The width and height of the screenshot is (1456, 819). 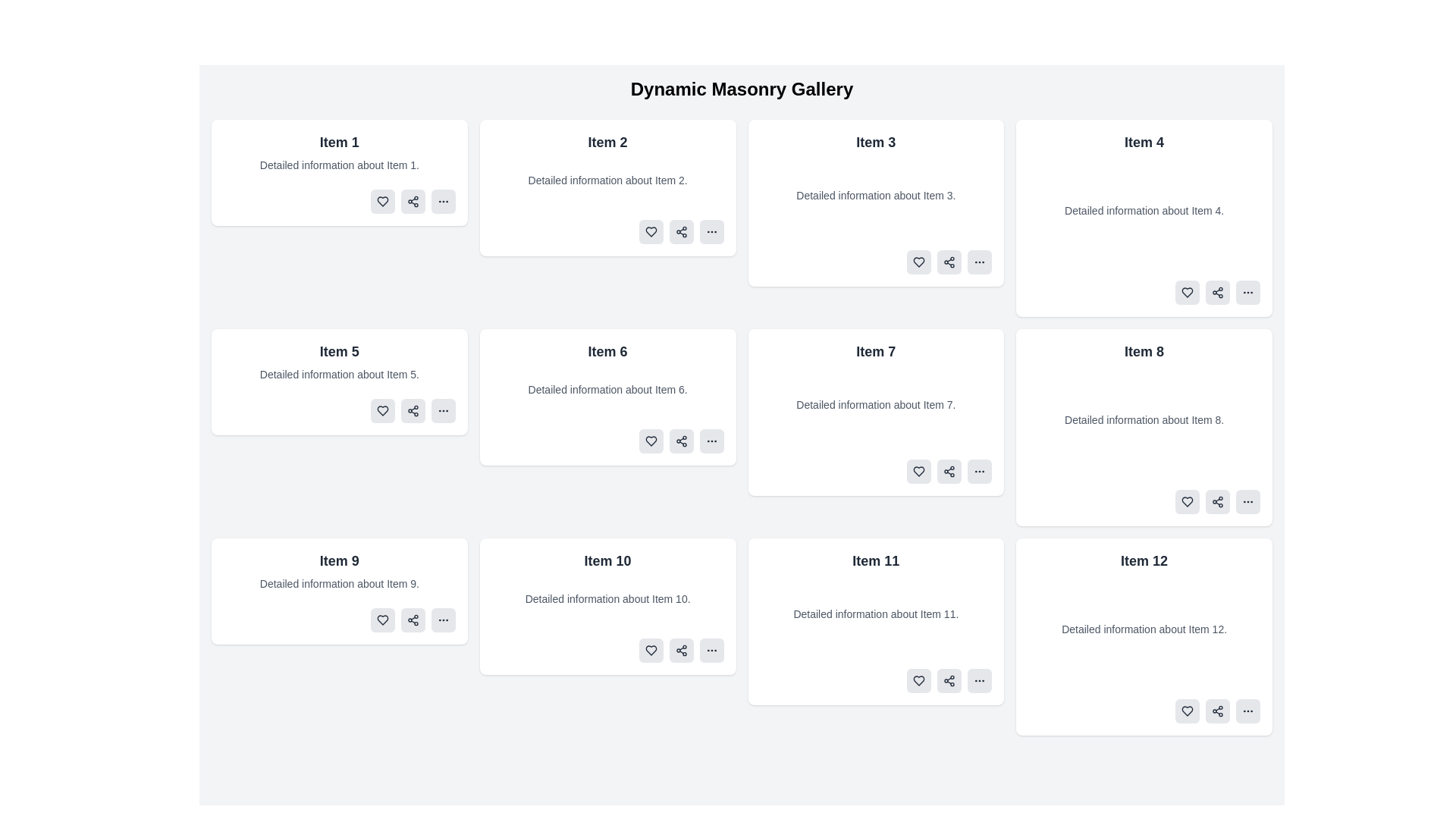 I want to click on visible text from the Text label element displaying 'Item 6', which is styled in large, bold font and located at the top-center of the card in the second row and second column of the grid layout, so click(x=607, y=351).